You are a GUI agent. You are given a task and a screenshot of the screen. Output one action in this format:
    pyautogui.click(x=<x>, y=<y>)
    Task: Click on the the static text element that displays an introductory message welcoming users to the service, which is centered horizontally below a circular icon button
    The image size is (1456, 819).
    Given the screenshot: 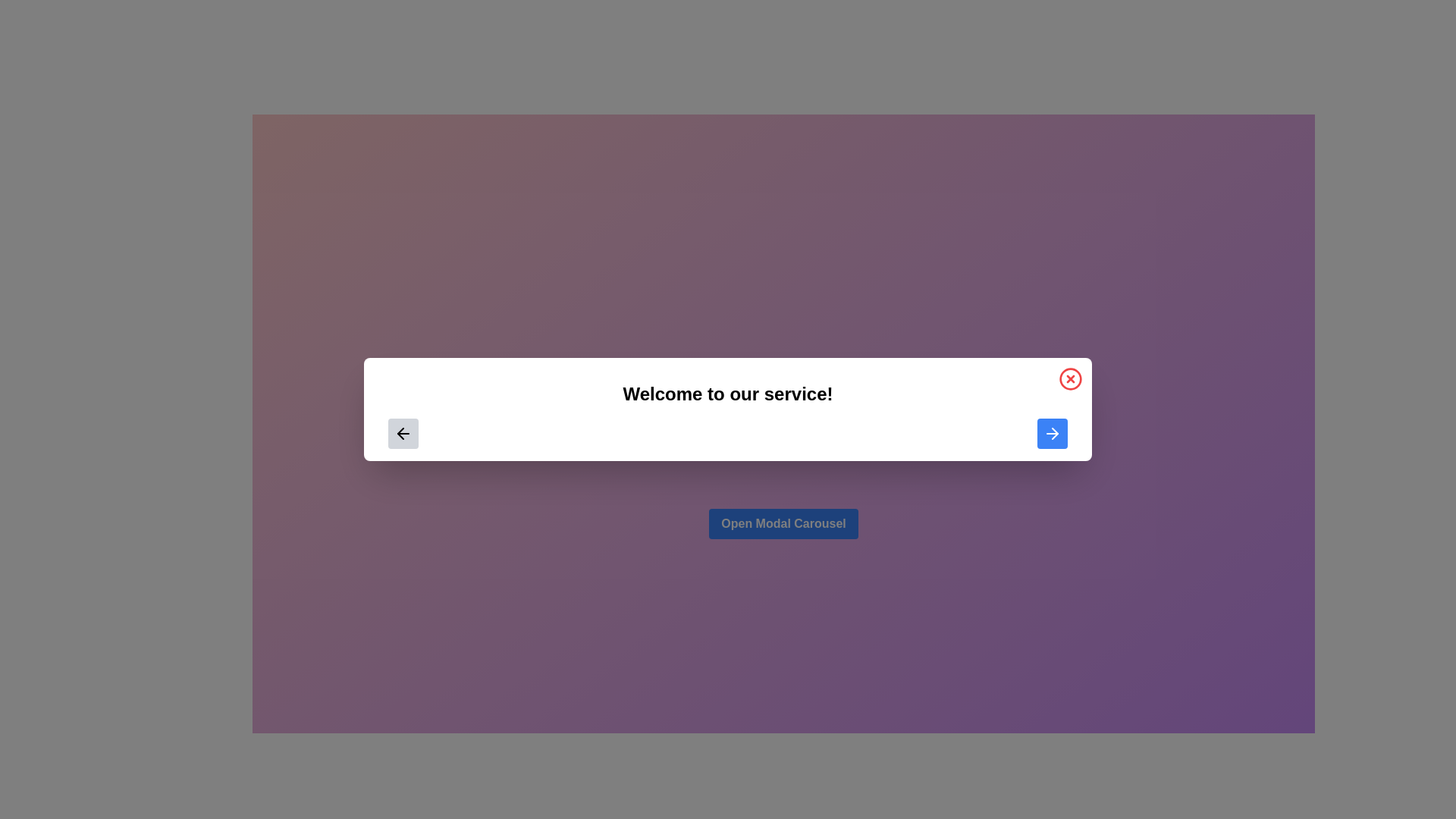 What is the action you would take?
    pyautogui.click(x=728, y=394)
    